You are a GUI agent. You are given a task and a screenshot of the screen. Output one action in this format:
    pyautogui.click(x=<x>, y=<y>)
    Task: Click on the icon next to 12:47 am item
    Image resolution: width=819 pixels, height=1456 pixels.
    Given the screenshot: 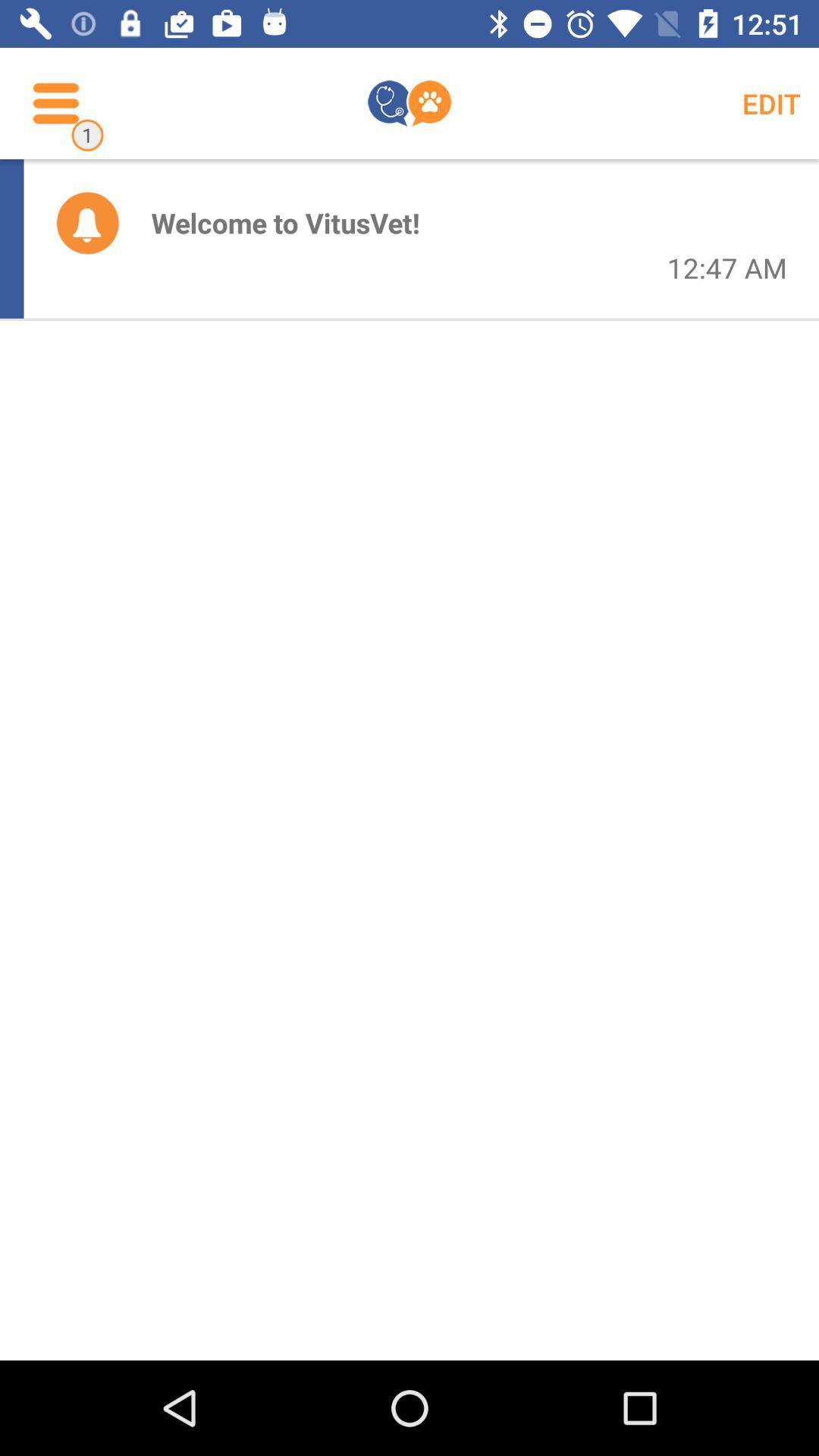 What is the action you would take?
    pyautogui.click(x=285, y=221)
    